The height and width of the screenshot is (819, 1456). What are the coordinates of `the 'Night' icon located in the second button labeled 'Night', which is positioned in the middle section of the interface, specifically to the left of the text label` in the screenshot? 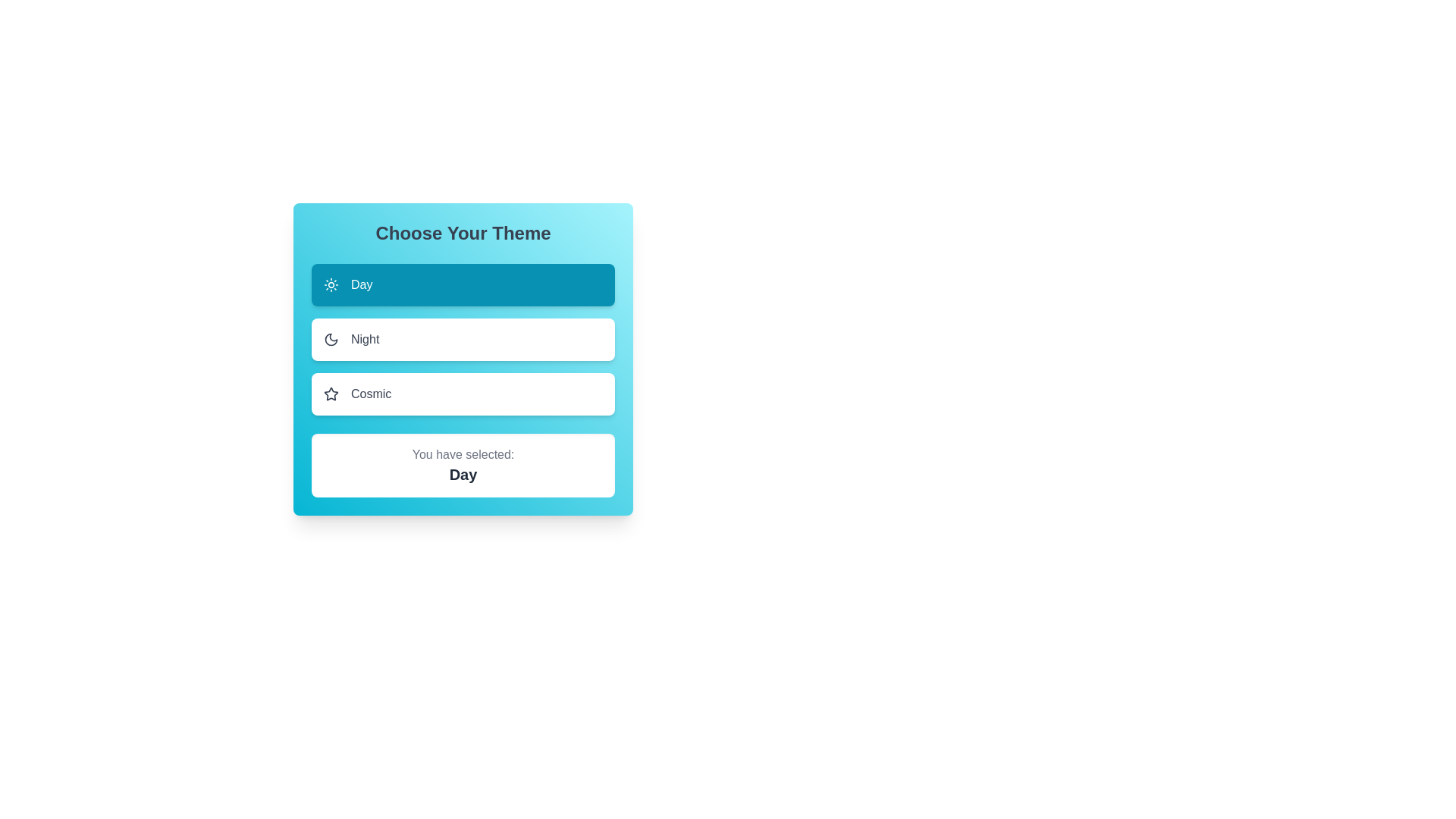 It's located at (330, 338).